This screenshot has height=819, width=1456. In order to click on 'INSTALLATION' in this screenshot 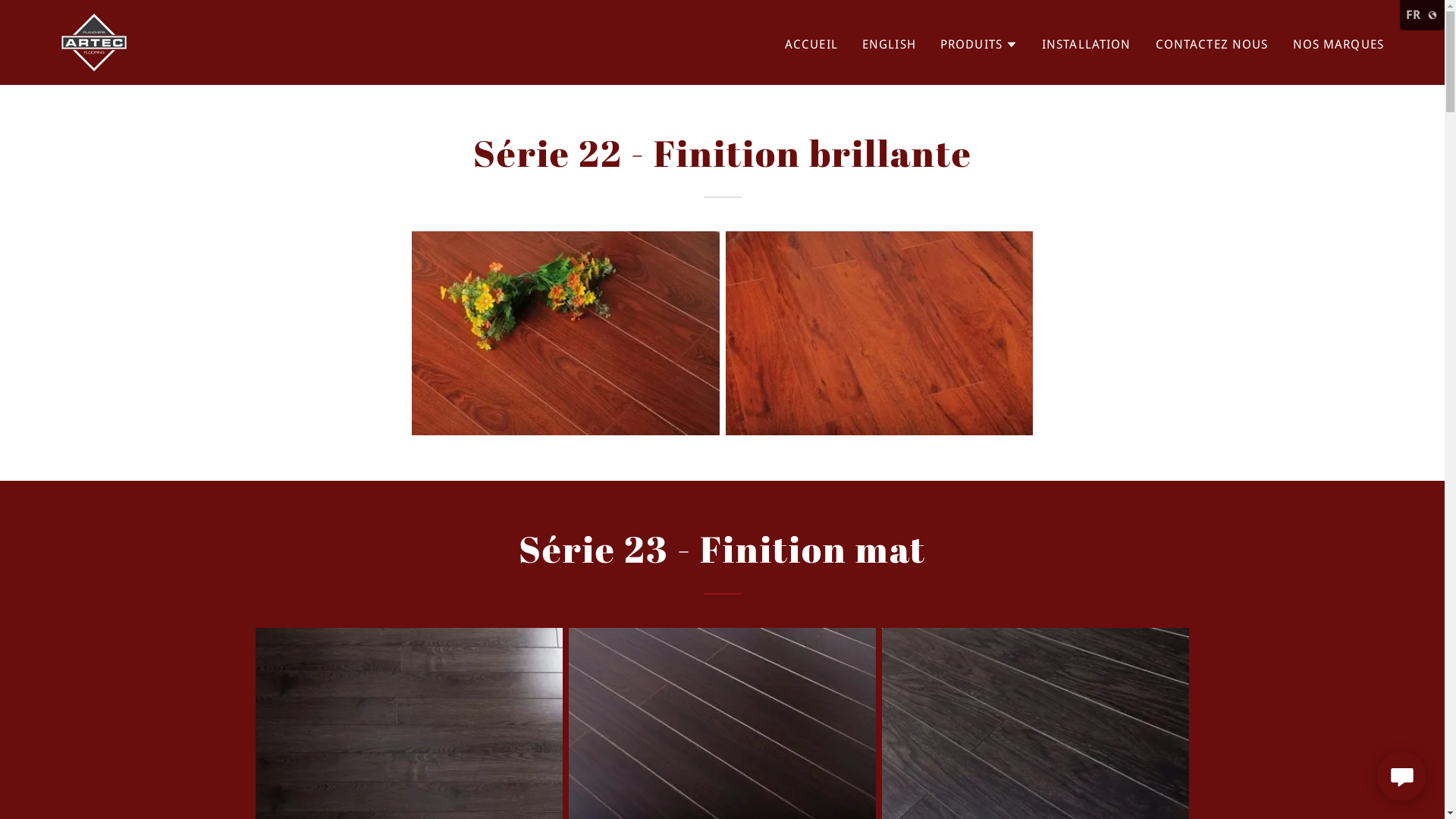, I will do `click(1037, 42)`.